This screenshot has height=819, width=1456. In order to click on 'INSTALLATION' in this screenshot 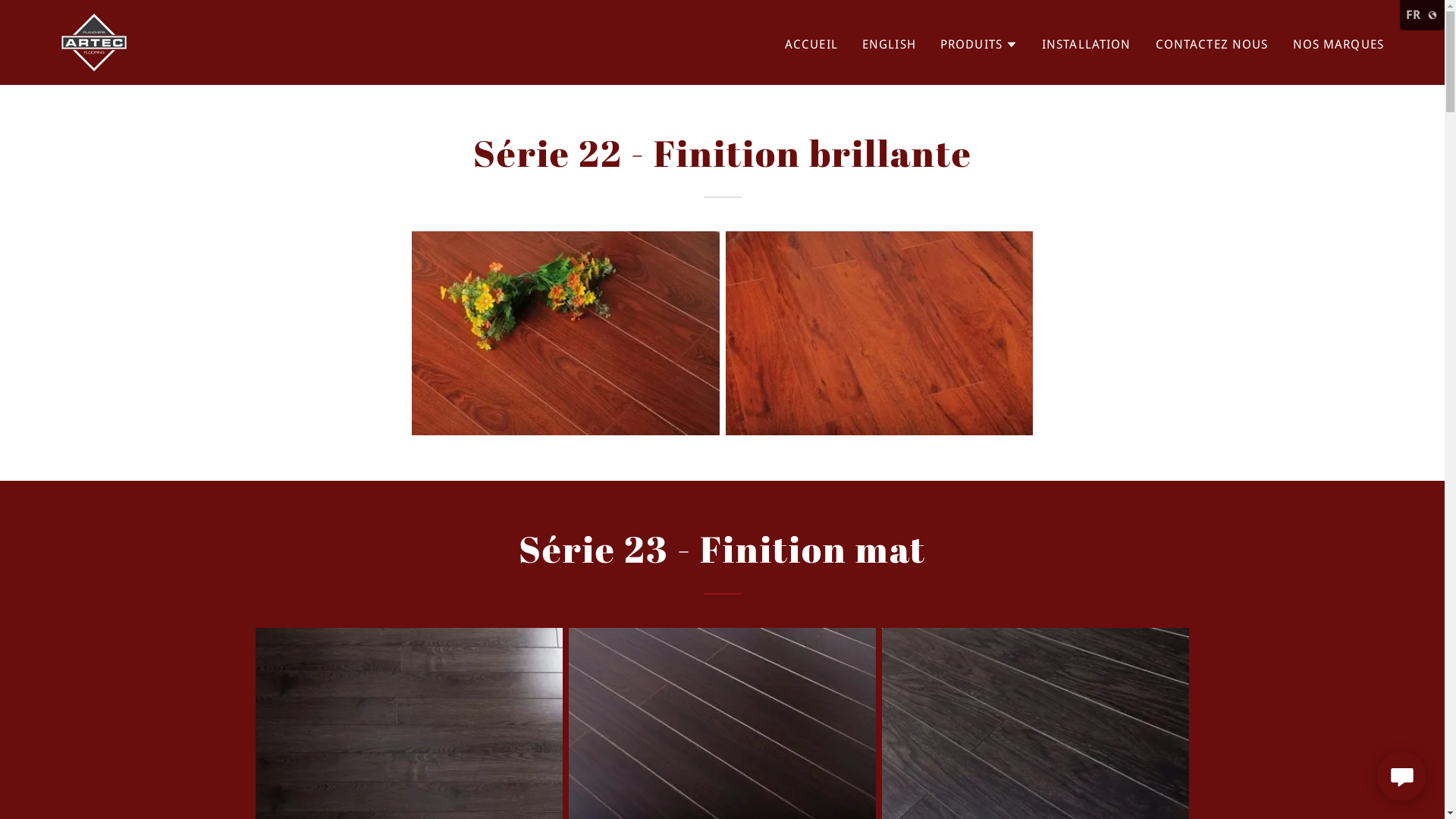, I will do `click(1037, 42)`.